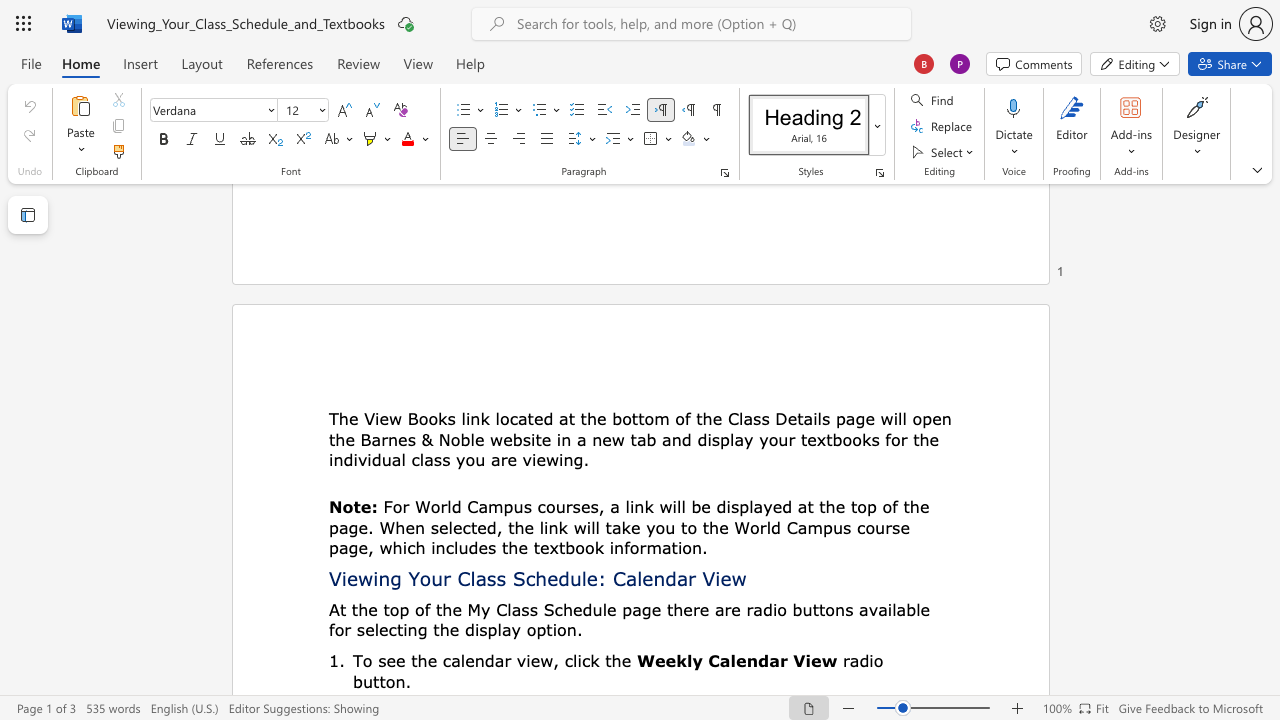 Image resolution: width=1280 pixels, height=720 pixels. What do you see at coordinates (708, 578) in the screenshot?
I see `the 2th character "V" in the text` at bounding box center [708, 578].